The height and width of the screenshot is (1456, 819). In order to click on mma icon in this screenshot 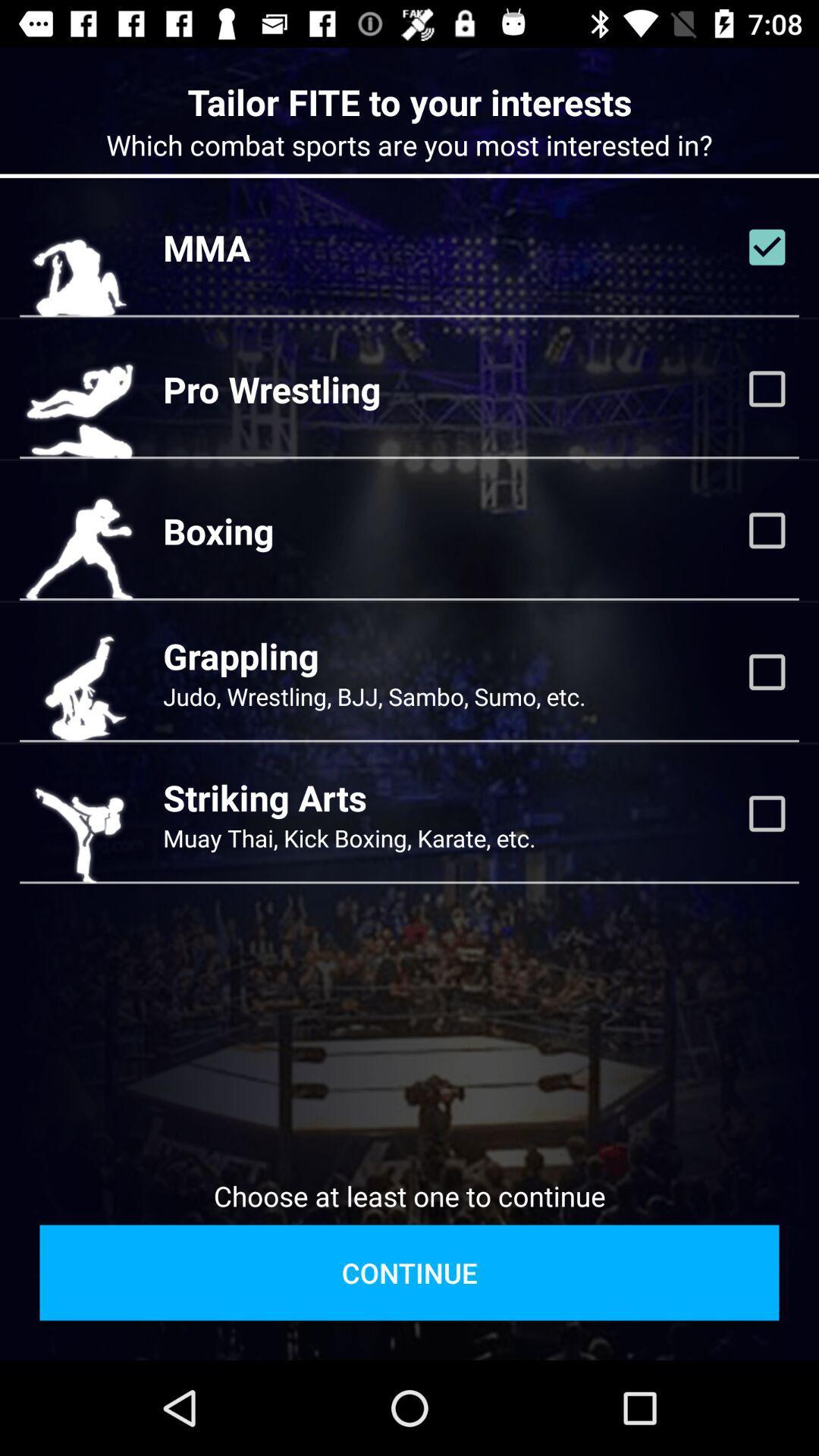, I will do `click(206, 247)`.